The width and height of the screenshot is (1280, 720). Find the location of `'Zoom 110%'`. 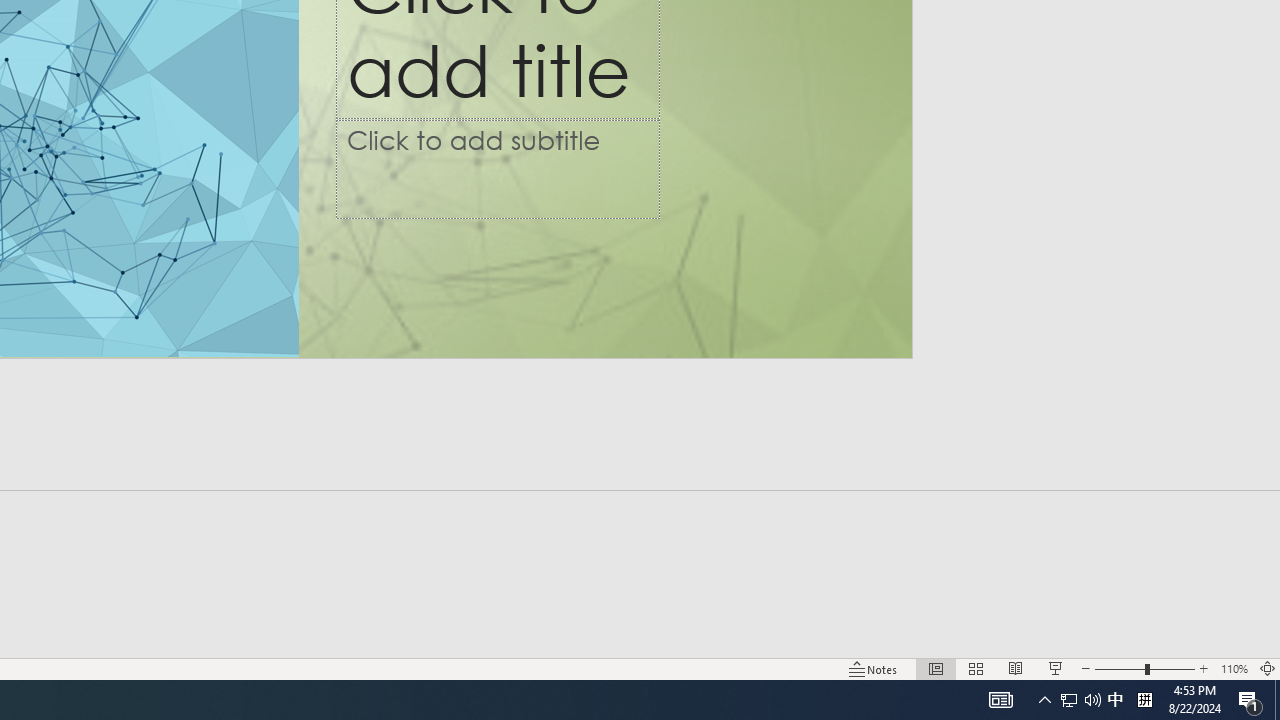

'Zoom 110%' is located at coordinates (1233, 669).